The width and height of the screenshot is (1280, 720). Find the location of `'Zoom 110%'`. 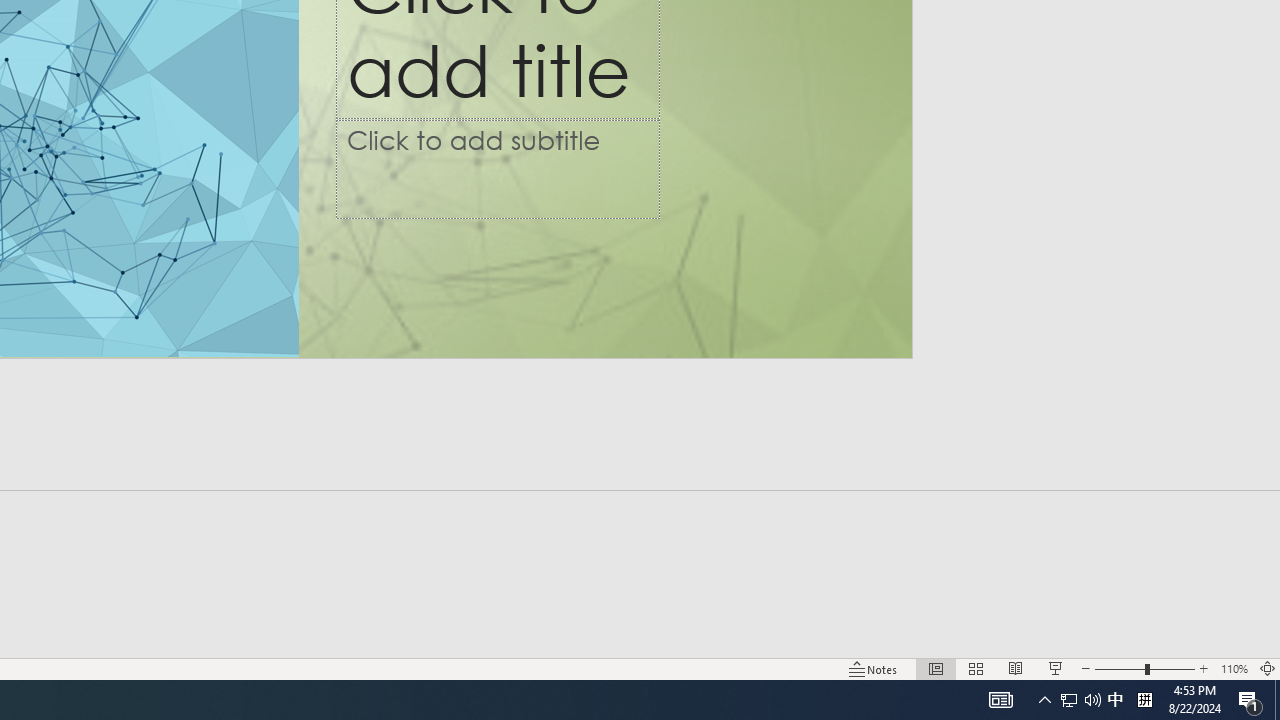

'Zoom 110%' is located at coordinates (1233, 669).